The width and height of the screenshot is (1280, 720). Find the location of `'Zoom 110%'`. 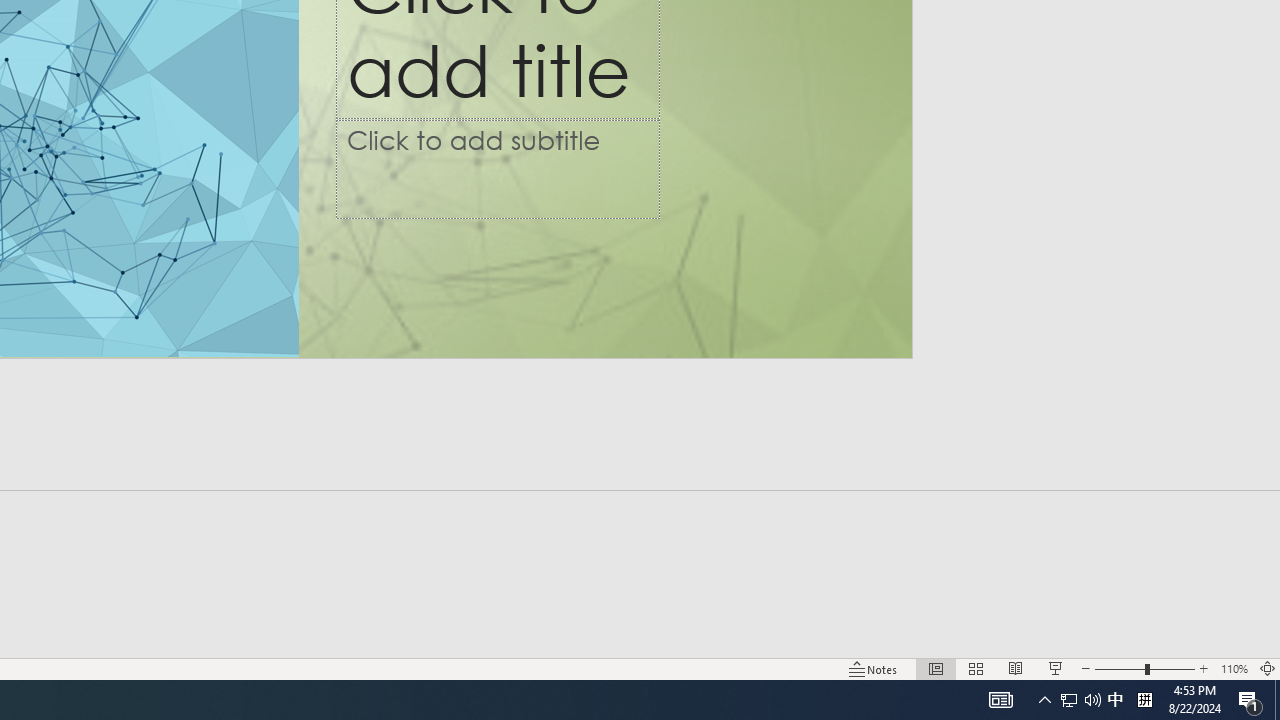

'Zoom 110%' is located at coordinates (1233, 669).